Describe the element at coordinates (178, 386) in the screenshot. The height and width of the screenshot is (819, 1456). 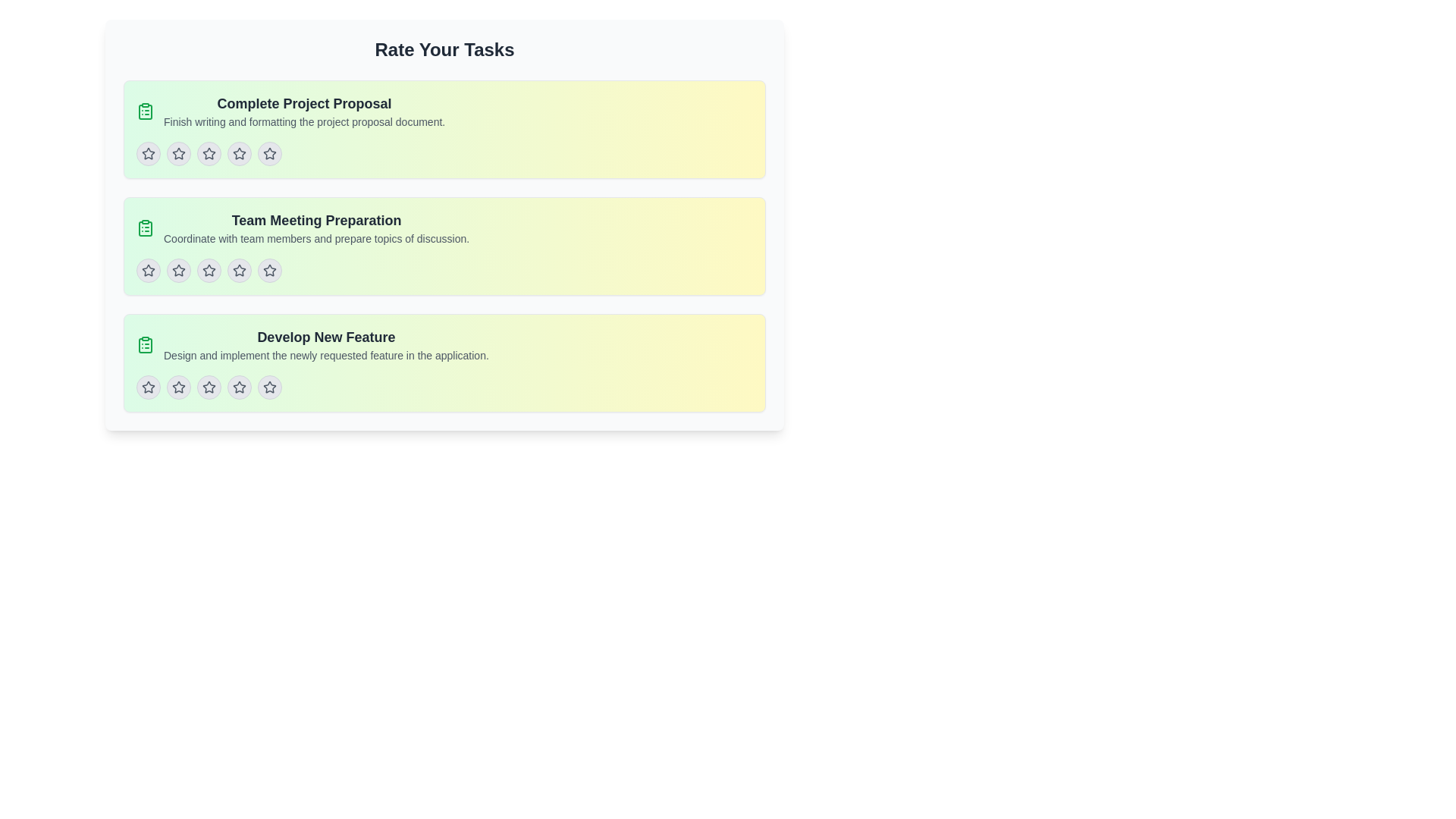
I see `the first star-shaped icon in the rating section of the 'Develop New Feature' task card` at that location.